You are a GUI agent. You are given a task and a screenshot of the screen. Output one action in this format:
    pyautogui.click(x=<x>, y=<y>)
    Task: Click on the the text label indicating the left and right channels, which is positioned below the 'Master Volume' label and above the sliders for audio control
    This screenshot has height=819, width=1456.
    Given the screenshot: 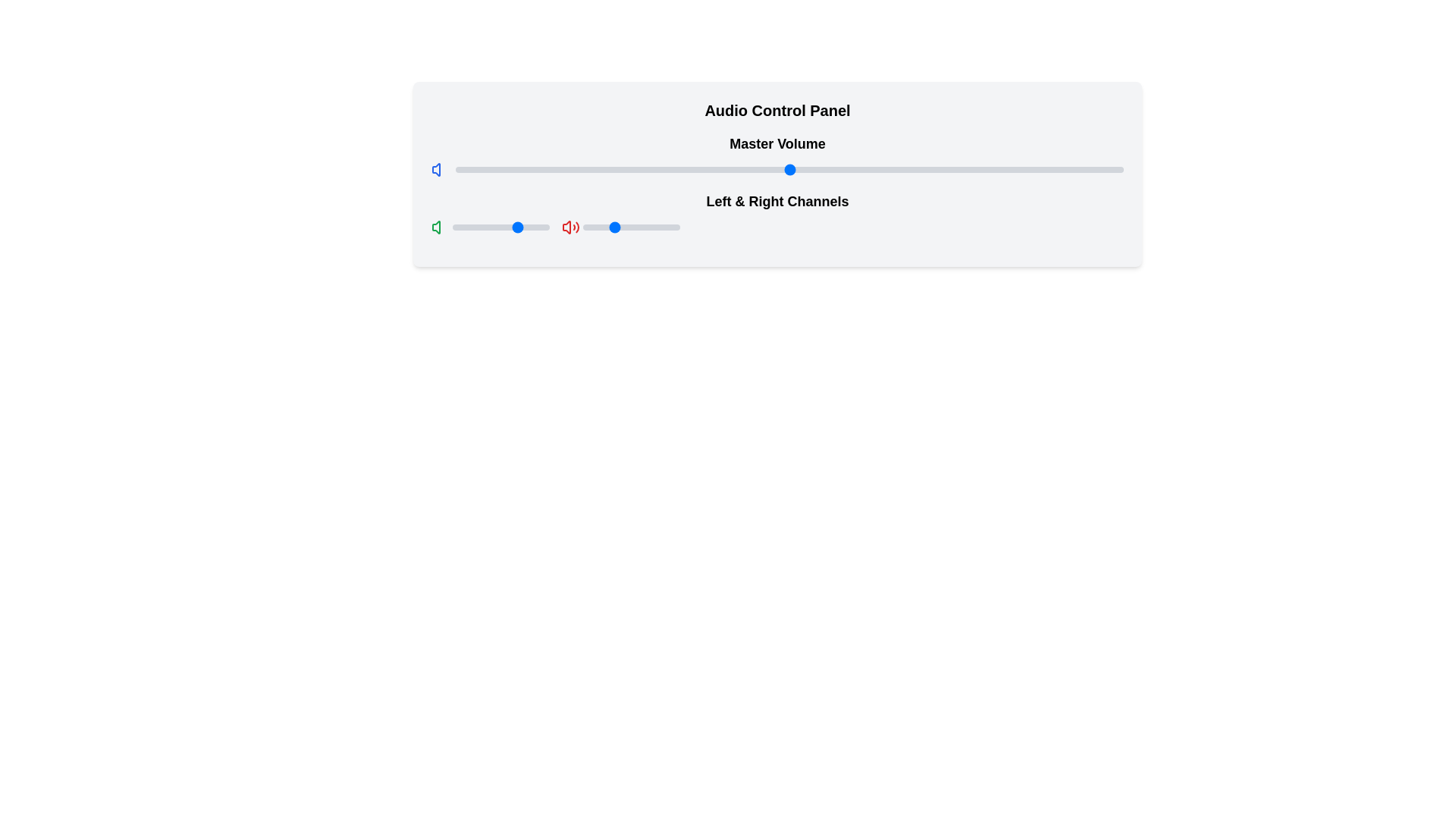 What is the action you would take?
    pyautogui.click(x=777, y=201)
    